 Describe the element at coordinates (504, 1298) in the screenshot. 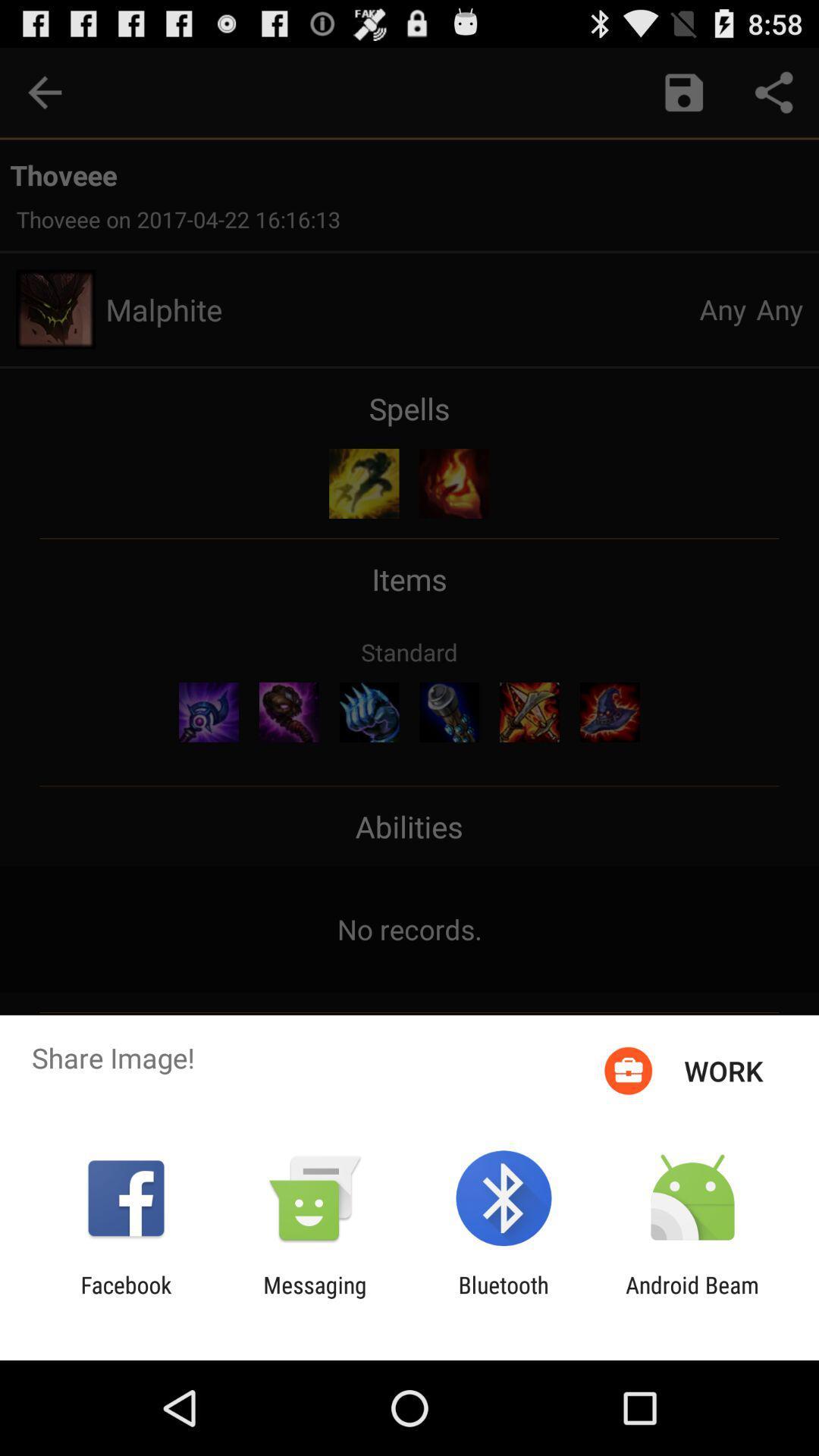

I see `the bluetooth` at that location.